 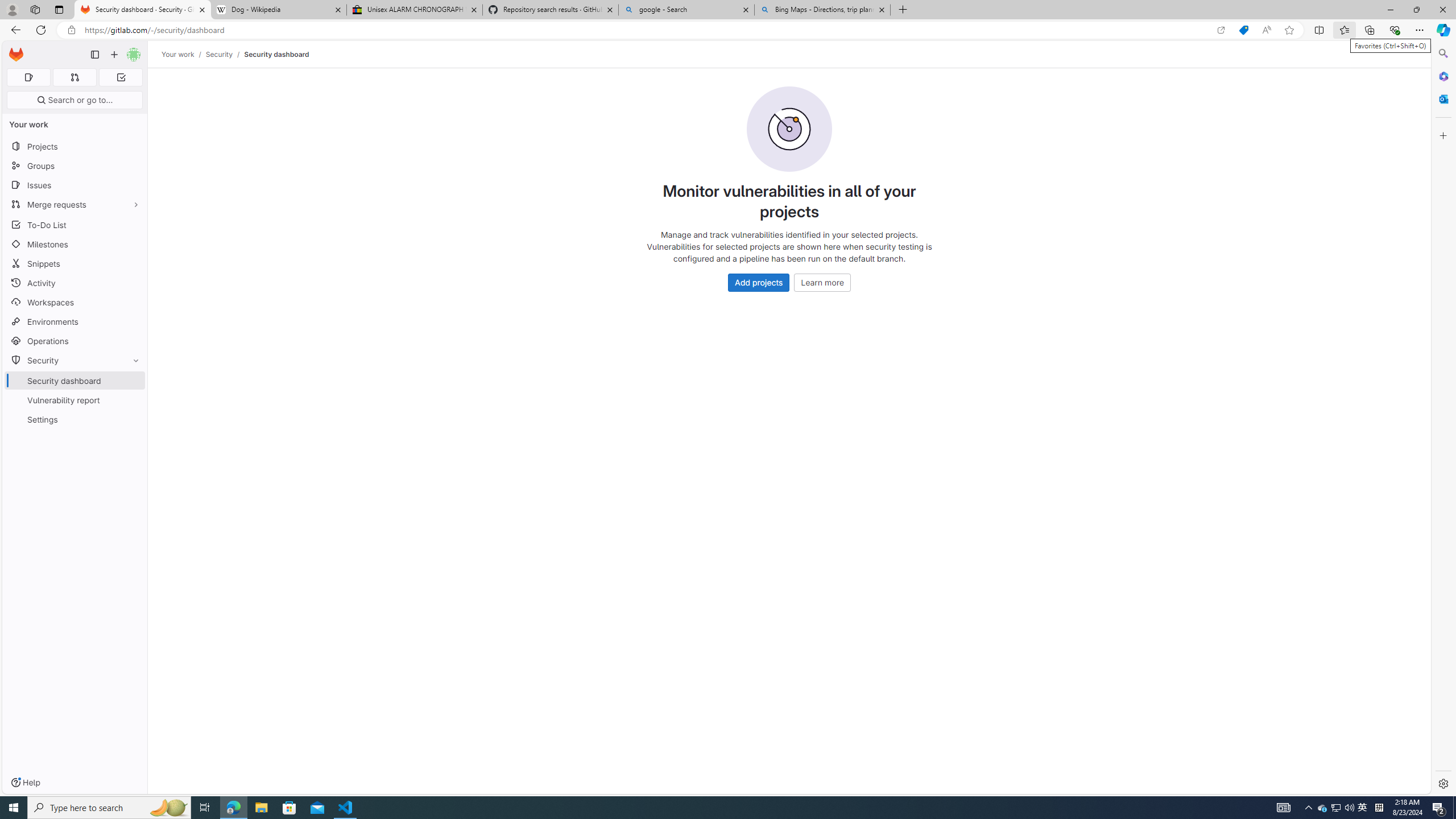 I want to click on 'Your work', so click(x=178, y=54).